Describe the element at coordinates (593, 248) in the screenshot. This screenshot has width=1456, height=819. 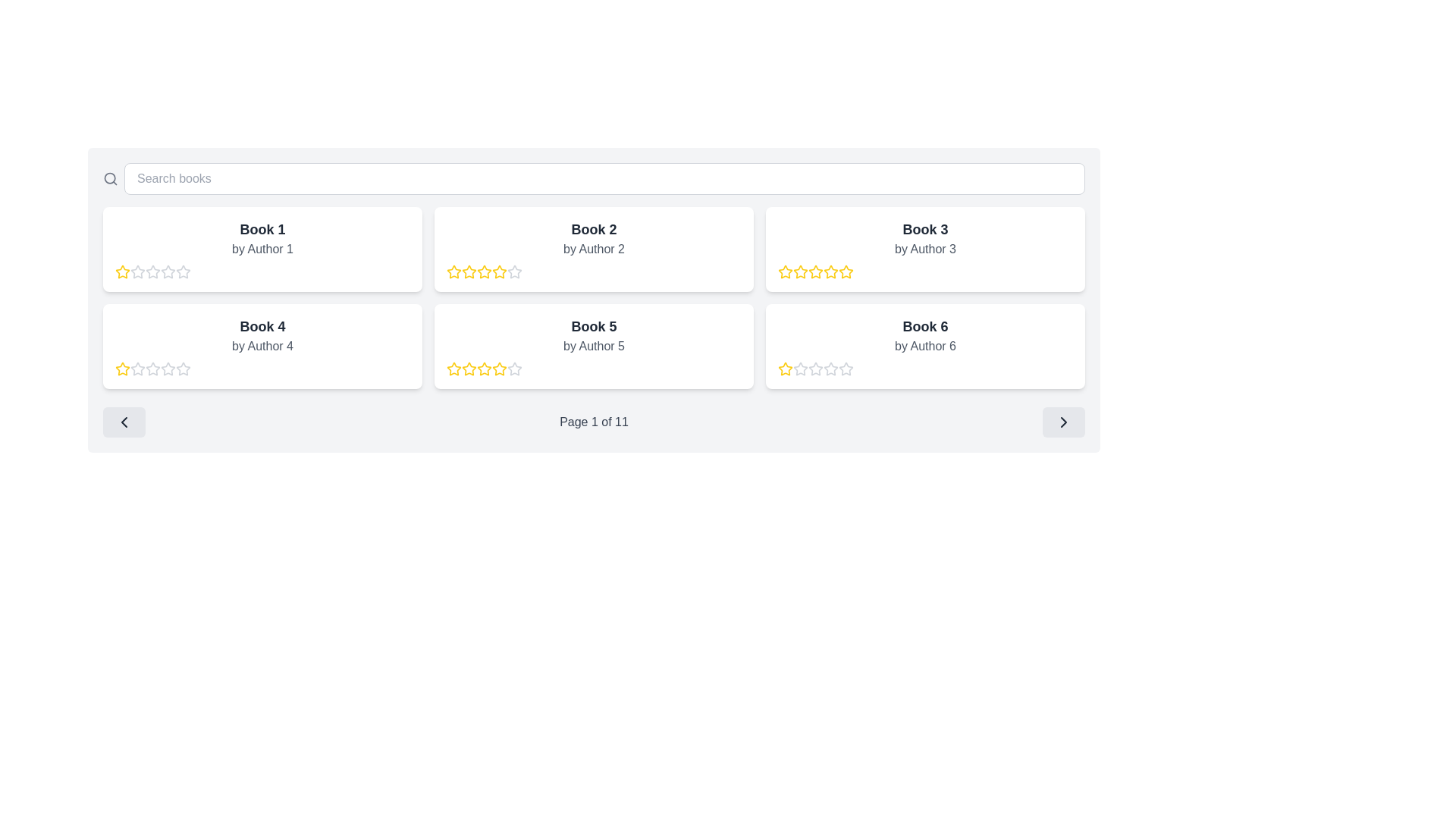
I see `the non-interactive text label displaying 'by Author 2', which is located beneath the title 'Book 2' in the card layout` at that location.